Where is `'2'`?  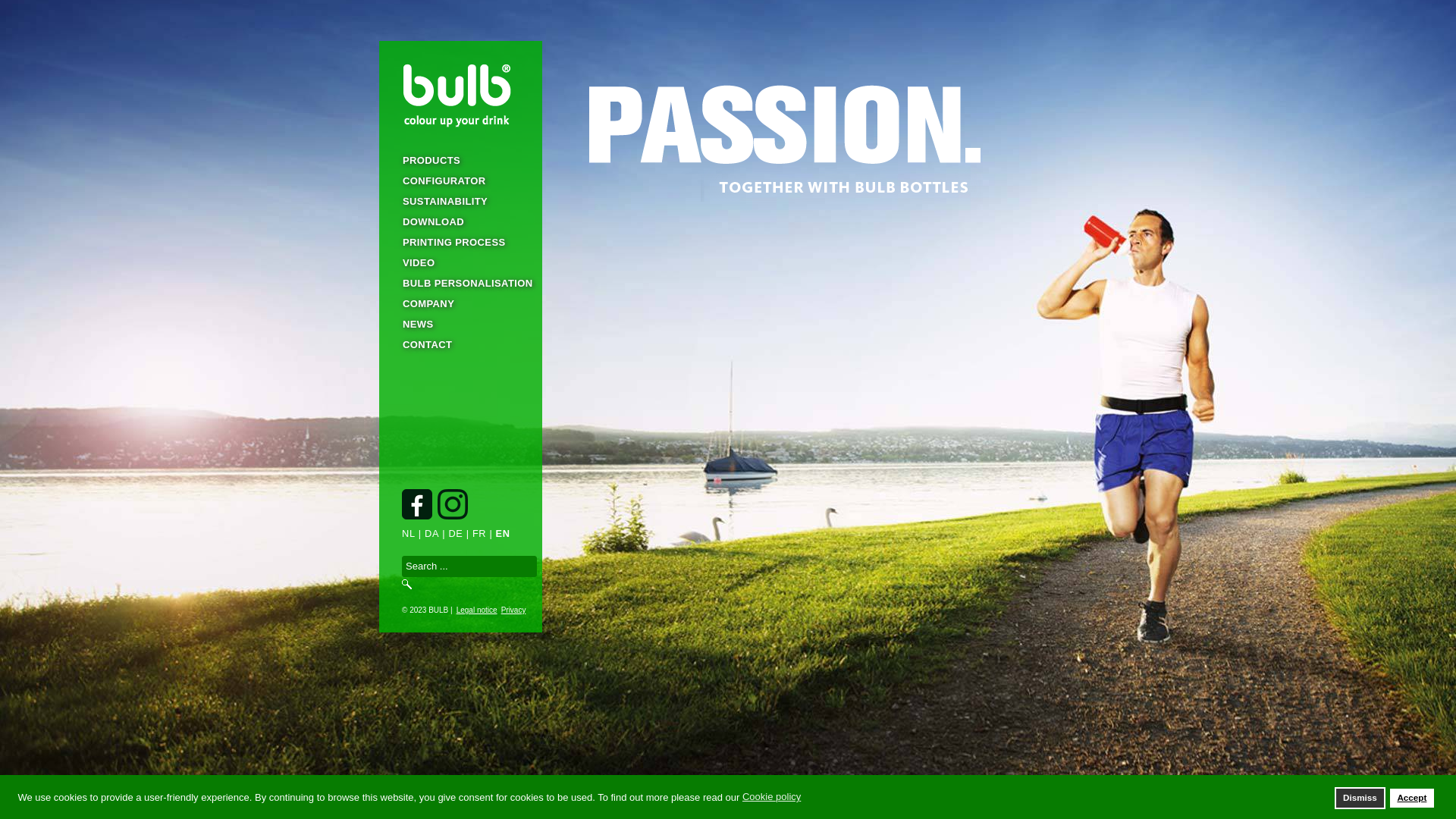
'2' is located at coordinates (728, 792).